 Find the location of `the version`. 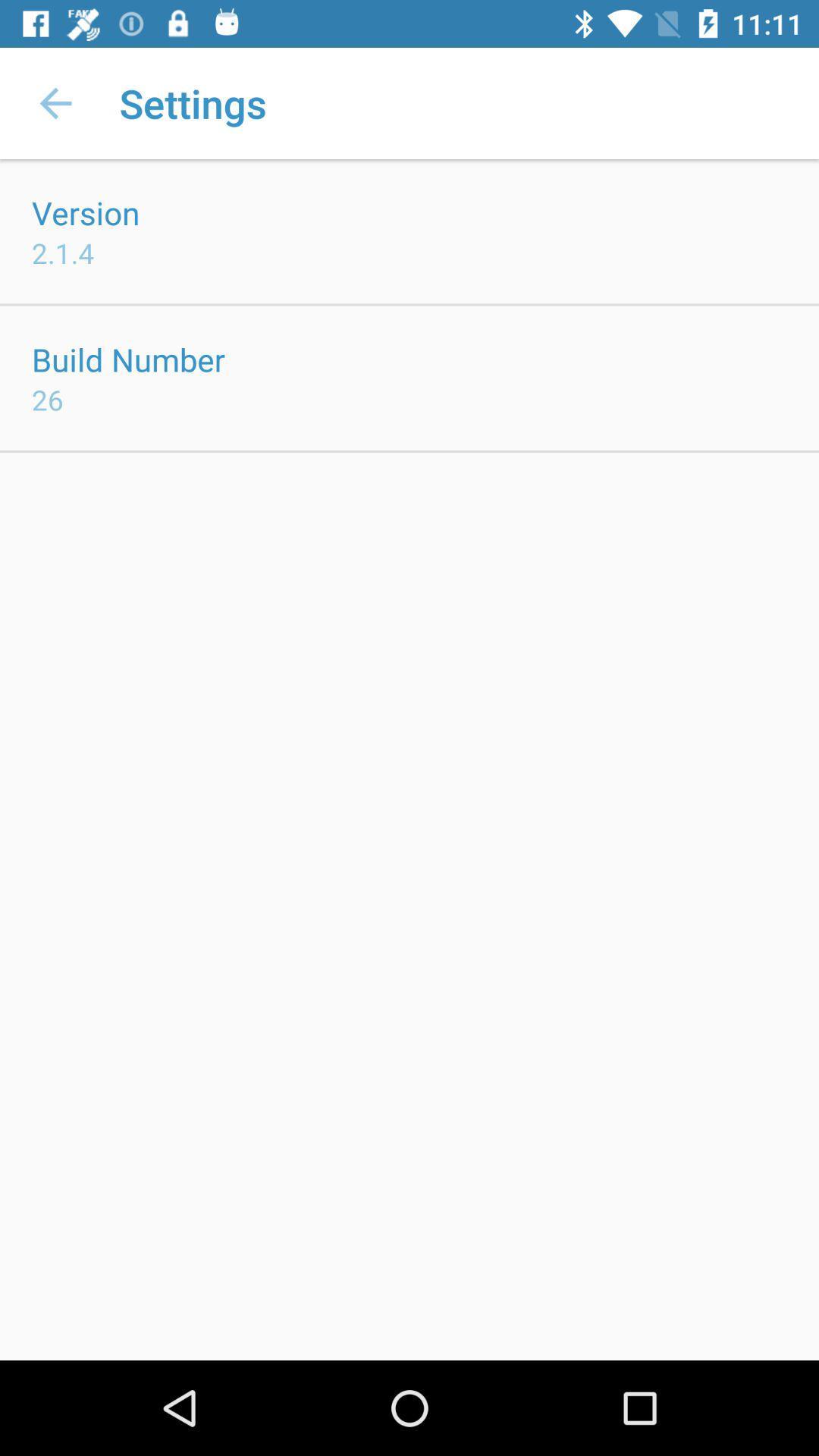

the version is located at coordinates (86, 212).